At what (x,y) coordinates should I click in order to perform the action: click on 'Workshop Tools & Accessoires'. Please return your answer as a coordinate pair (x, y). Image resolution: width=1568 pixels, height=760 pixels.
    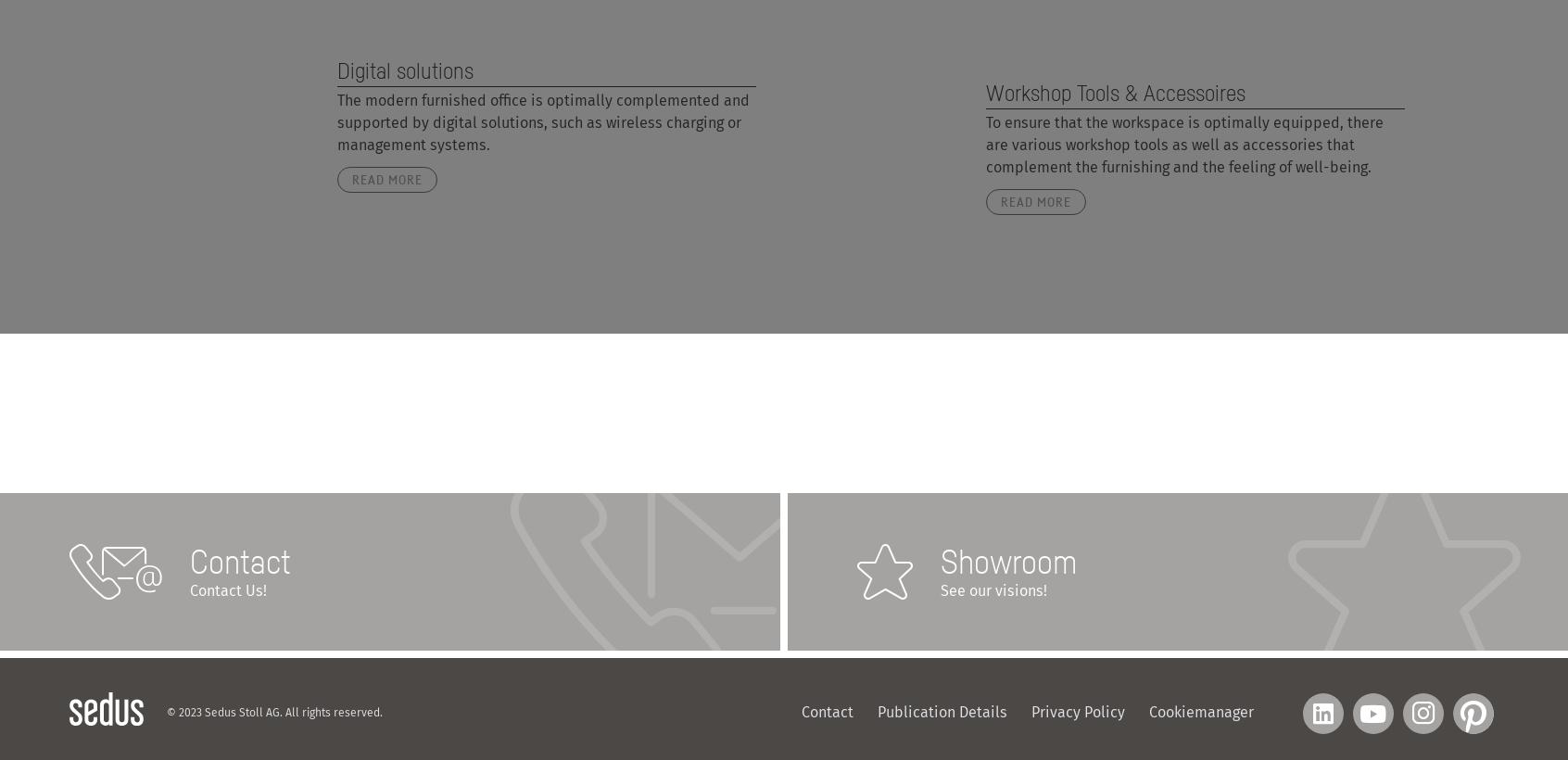
    Looking at the image, I should click on (985, 91).